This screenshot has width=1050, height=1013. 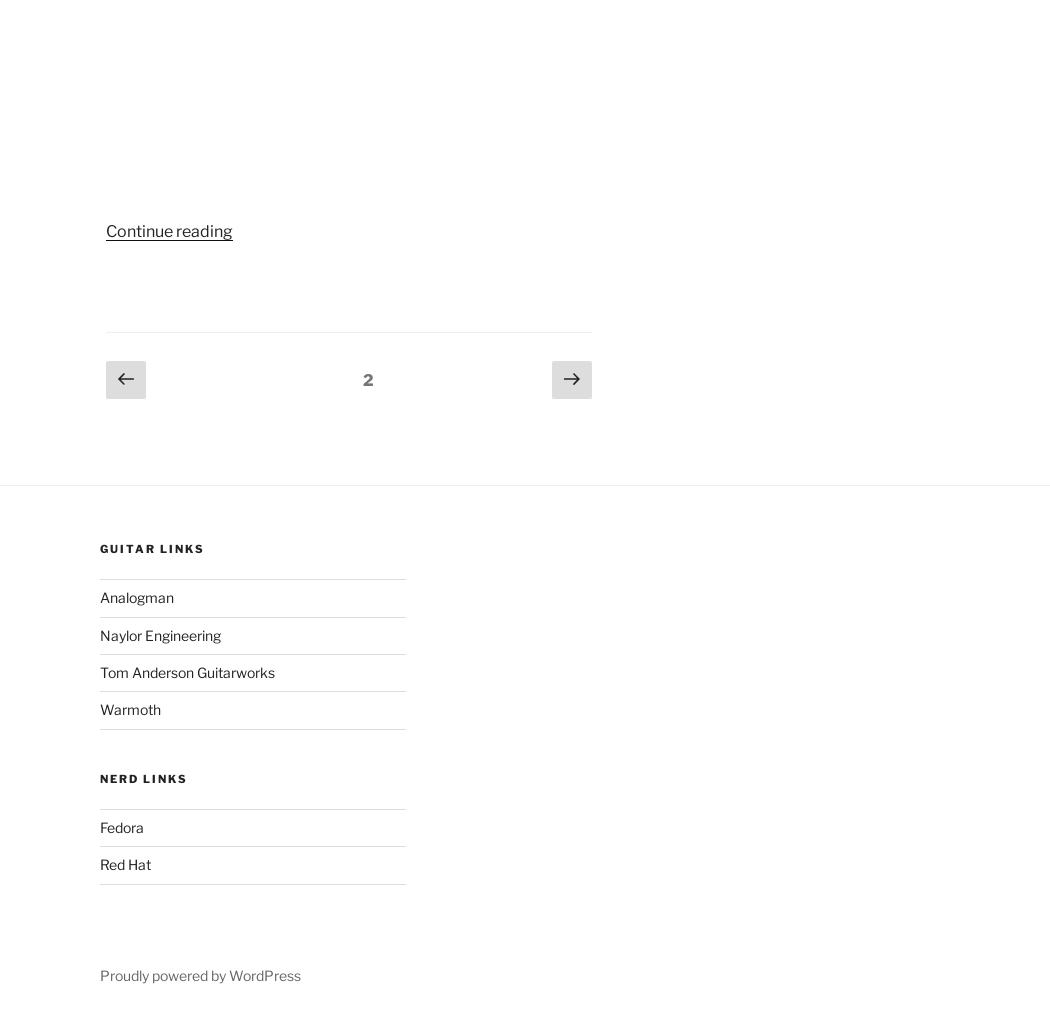 I want to click on 'Guitar Links', so click(x=151, y=548).